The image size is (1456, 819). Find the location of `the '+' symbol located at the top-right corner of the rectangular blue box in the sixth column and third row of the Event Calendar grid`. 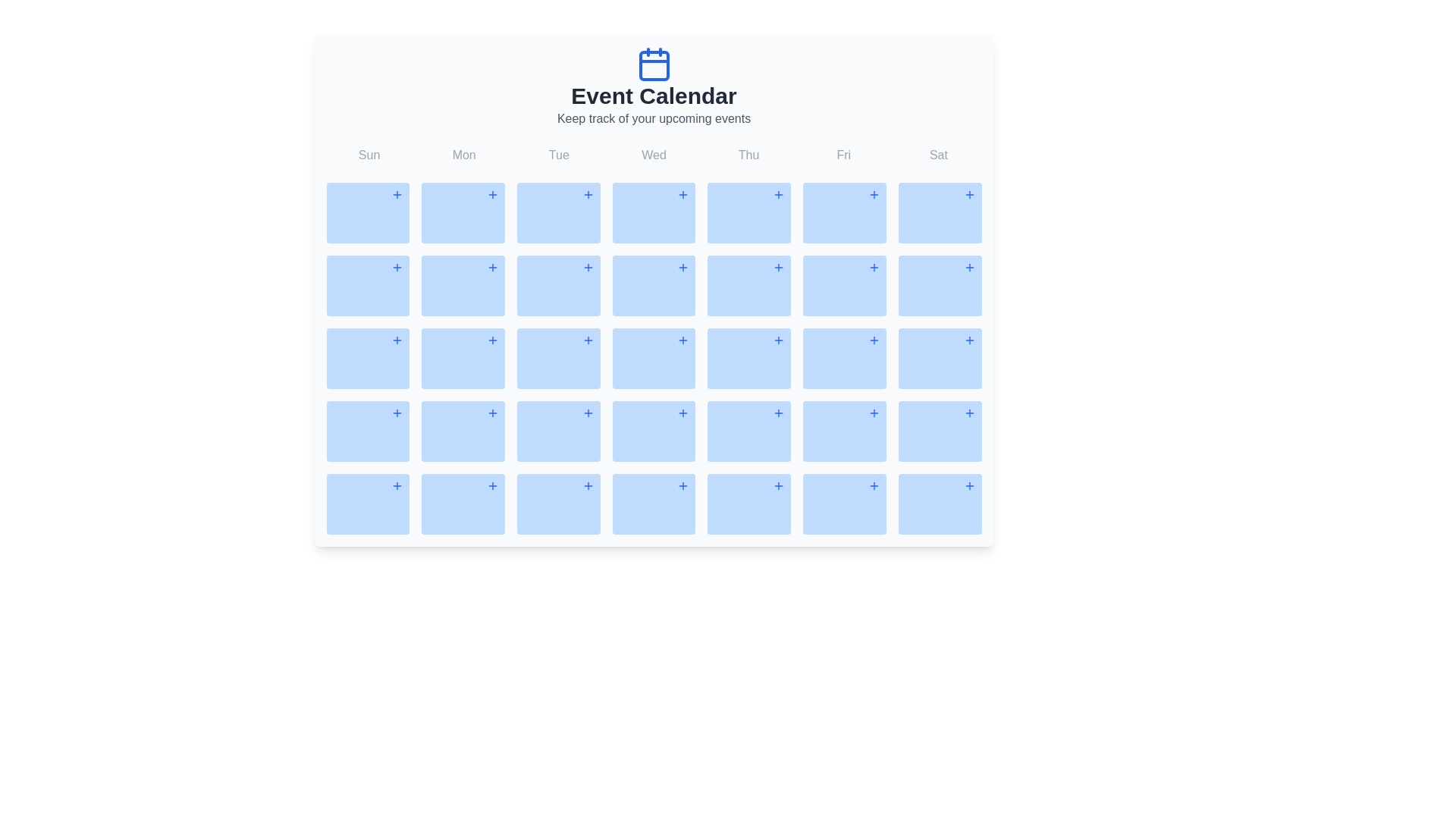

the '+' symbol located at the top-right corner of the rectangular blue box in the sixth column and third row of the Event Calendar grid is located at coordinates (939, 286).